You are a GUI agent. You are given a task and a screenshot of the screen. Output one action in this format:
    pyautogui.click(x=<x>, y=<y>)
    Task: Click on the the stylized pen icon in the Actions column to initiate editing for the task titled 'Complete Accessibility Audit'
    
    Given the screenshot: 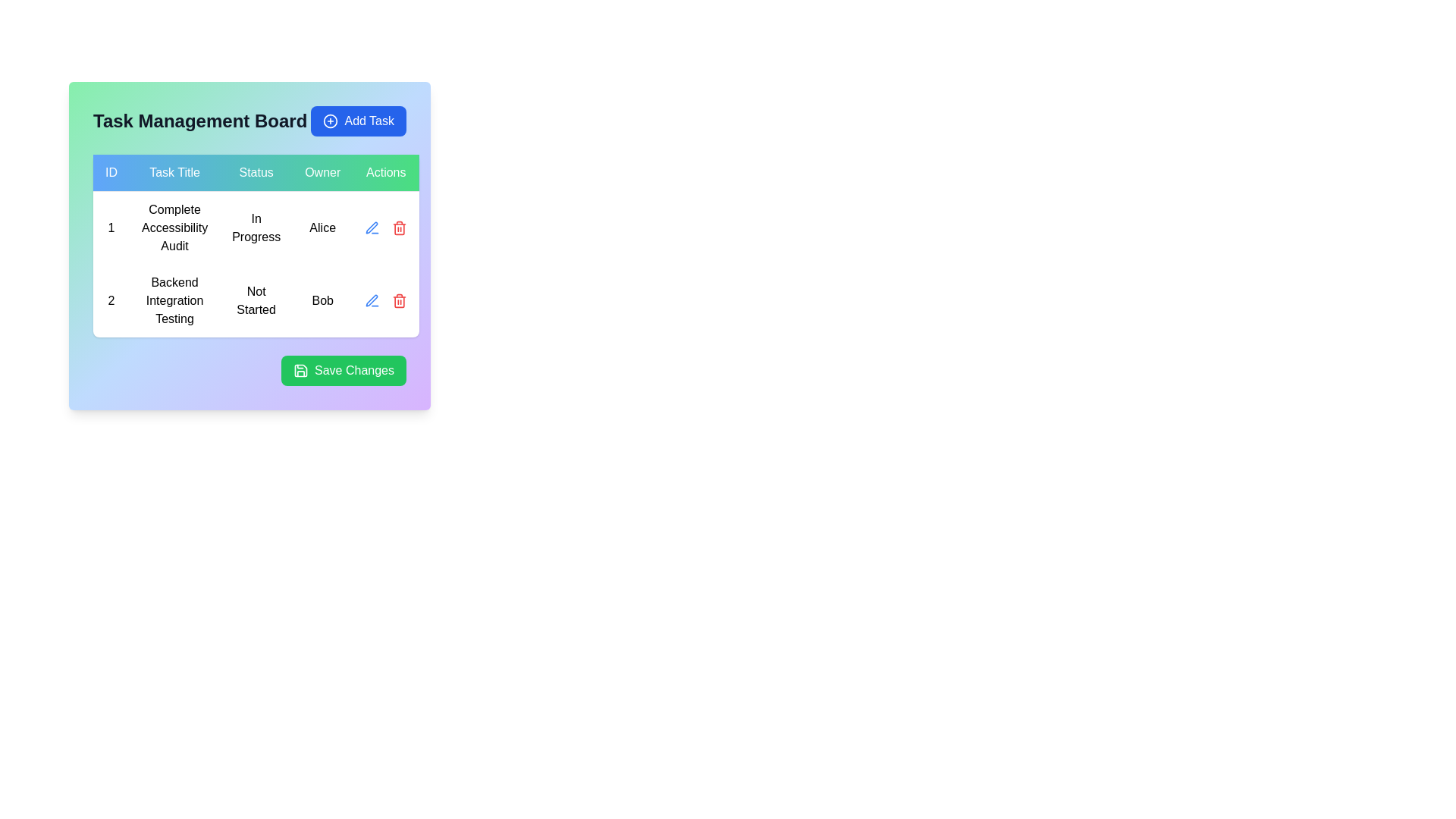 What is the action you would take?
    pyautogui.click(x=372, y=227)
    